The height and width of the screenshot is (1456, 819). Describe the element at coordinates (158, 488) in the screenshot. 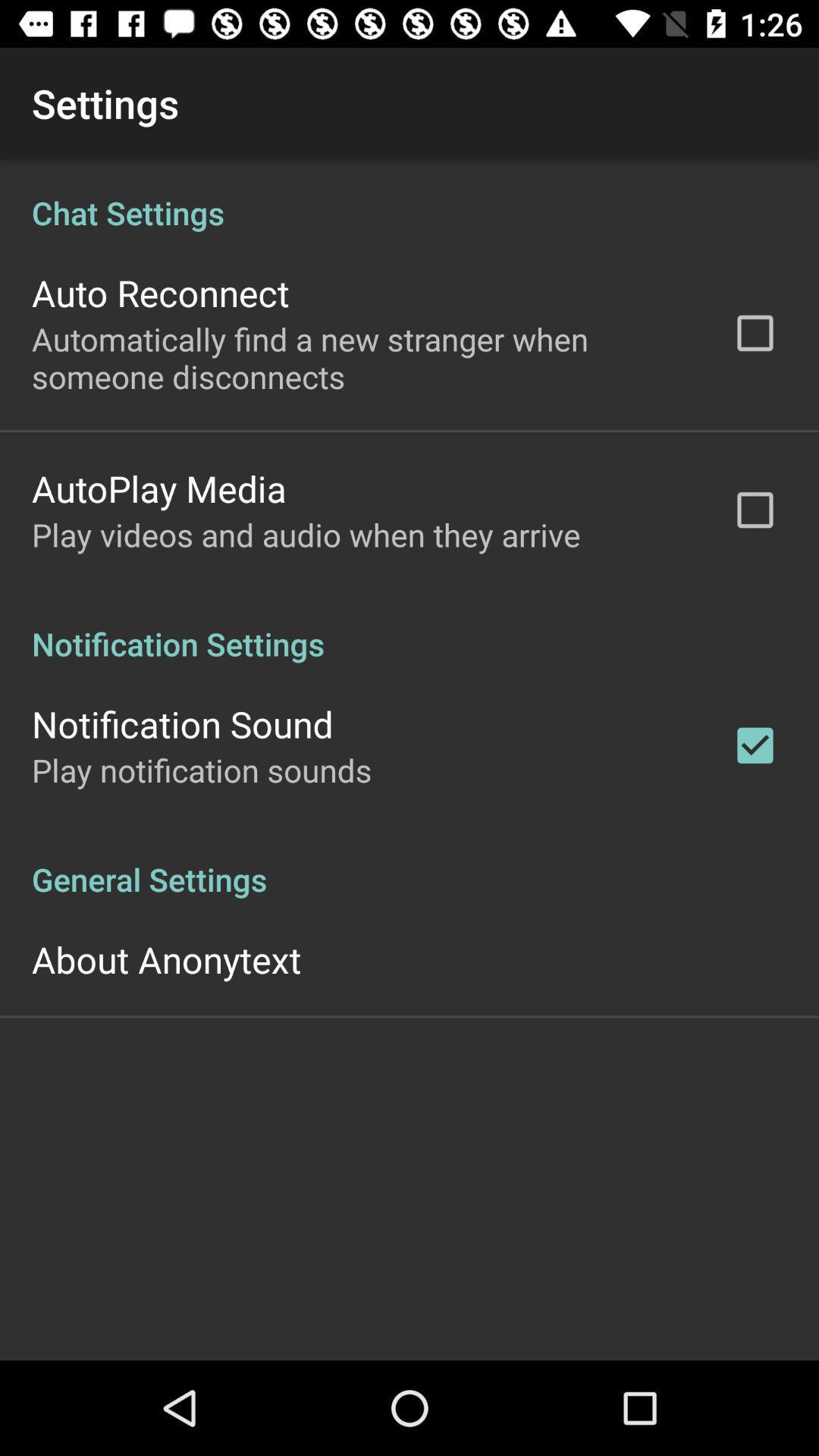

I see `the autoplay media icon` at that location.